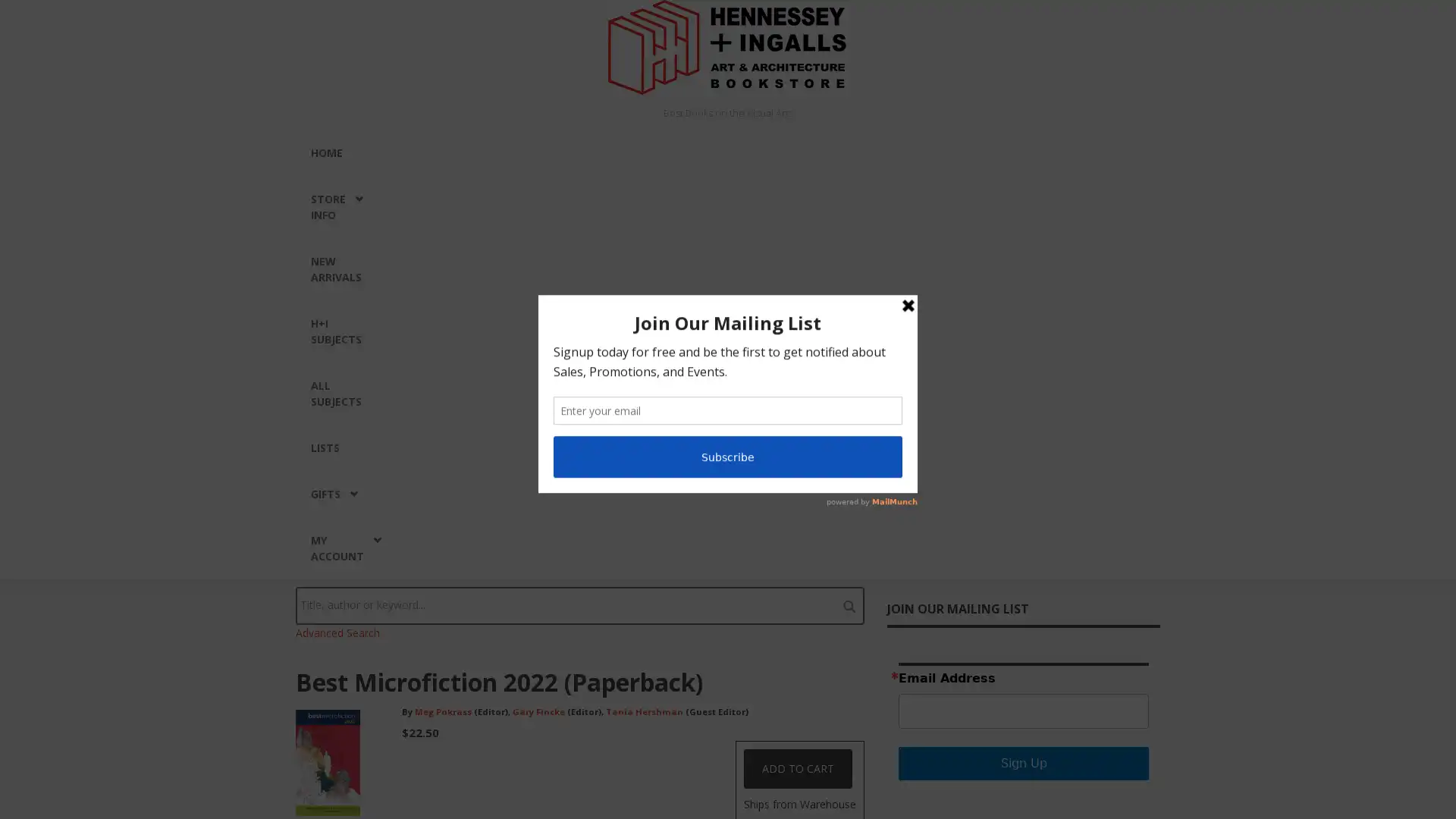  Describe the element at coordinates (797, 769) in the screenshot. I see `Add to Cart` at that location.